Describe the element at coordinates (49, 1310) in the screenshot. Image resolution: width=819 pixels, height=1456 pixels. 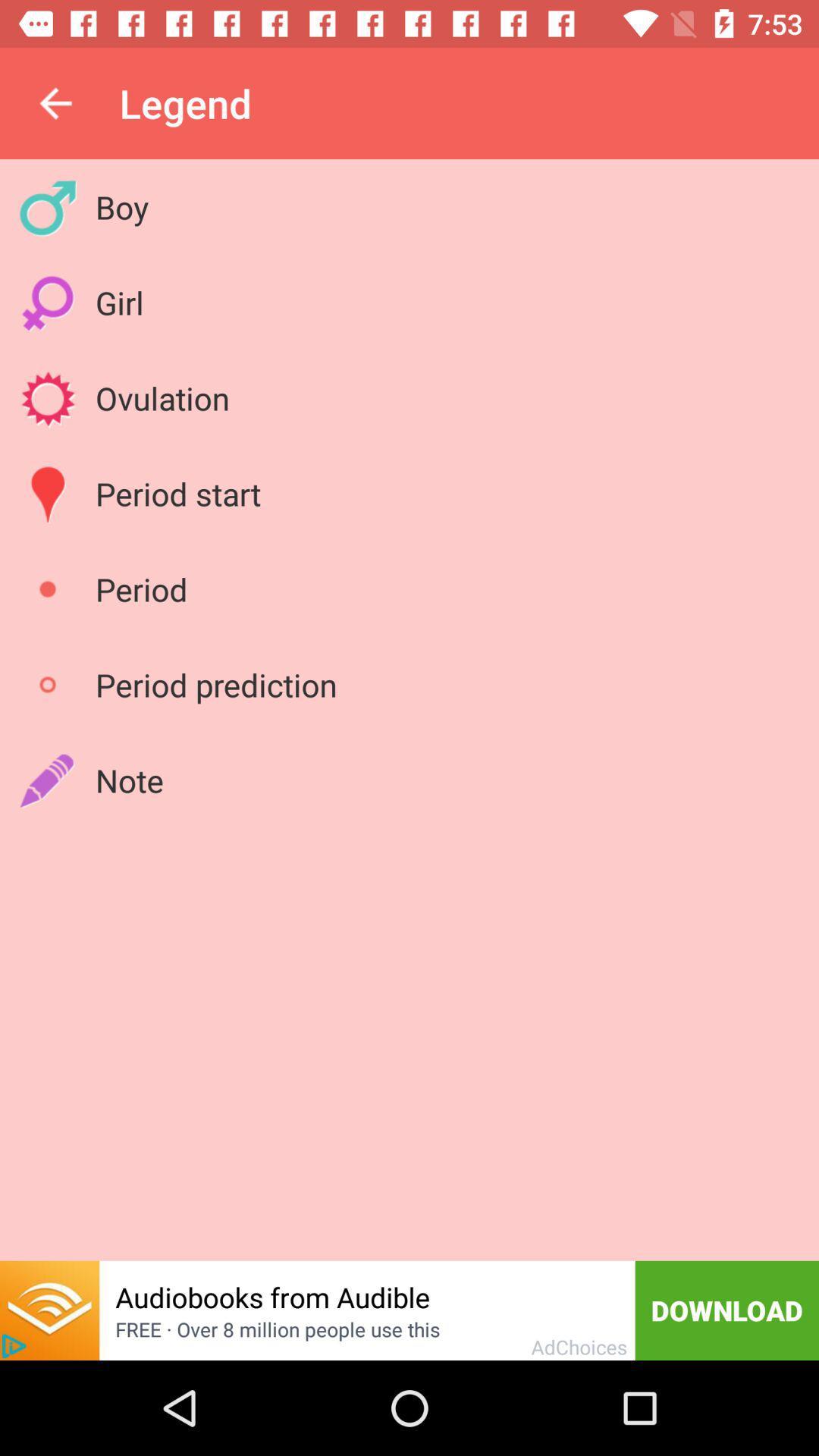
I see `audio` at that location.